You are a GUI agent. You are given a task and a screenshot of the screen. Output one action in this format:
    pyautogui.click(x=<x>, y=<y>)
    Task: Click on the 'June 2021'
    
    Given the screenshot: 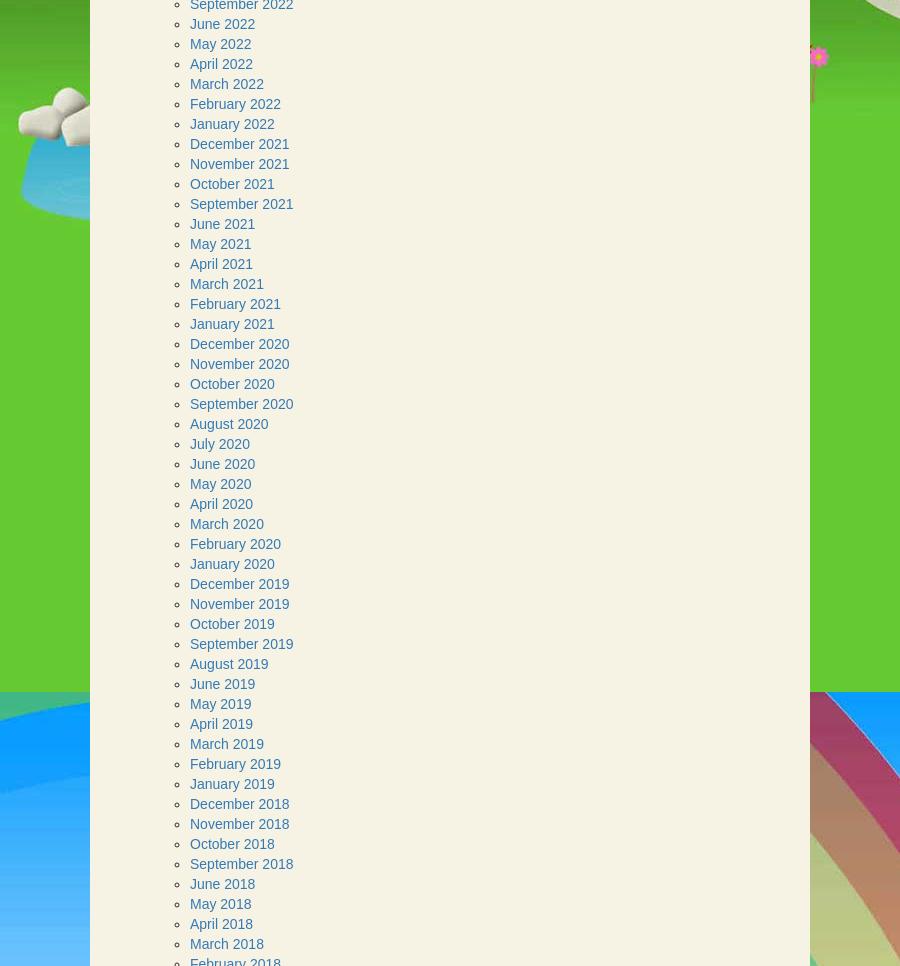 What is the action you would take?
    pyautogui.click(x=222, y=223)
    